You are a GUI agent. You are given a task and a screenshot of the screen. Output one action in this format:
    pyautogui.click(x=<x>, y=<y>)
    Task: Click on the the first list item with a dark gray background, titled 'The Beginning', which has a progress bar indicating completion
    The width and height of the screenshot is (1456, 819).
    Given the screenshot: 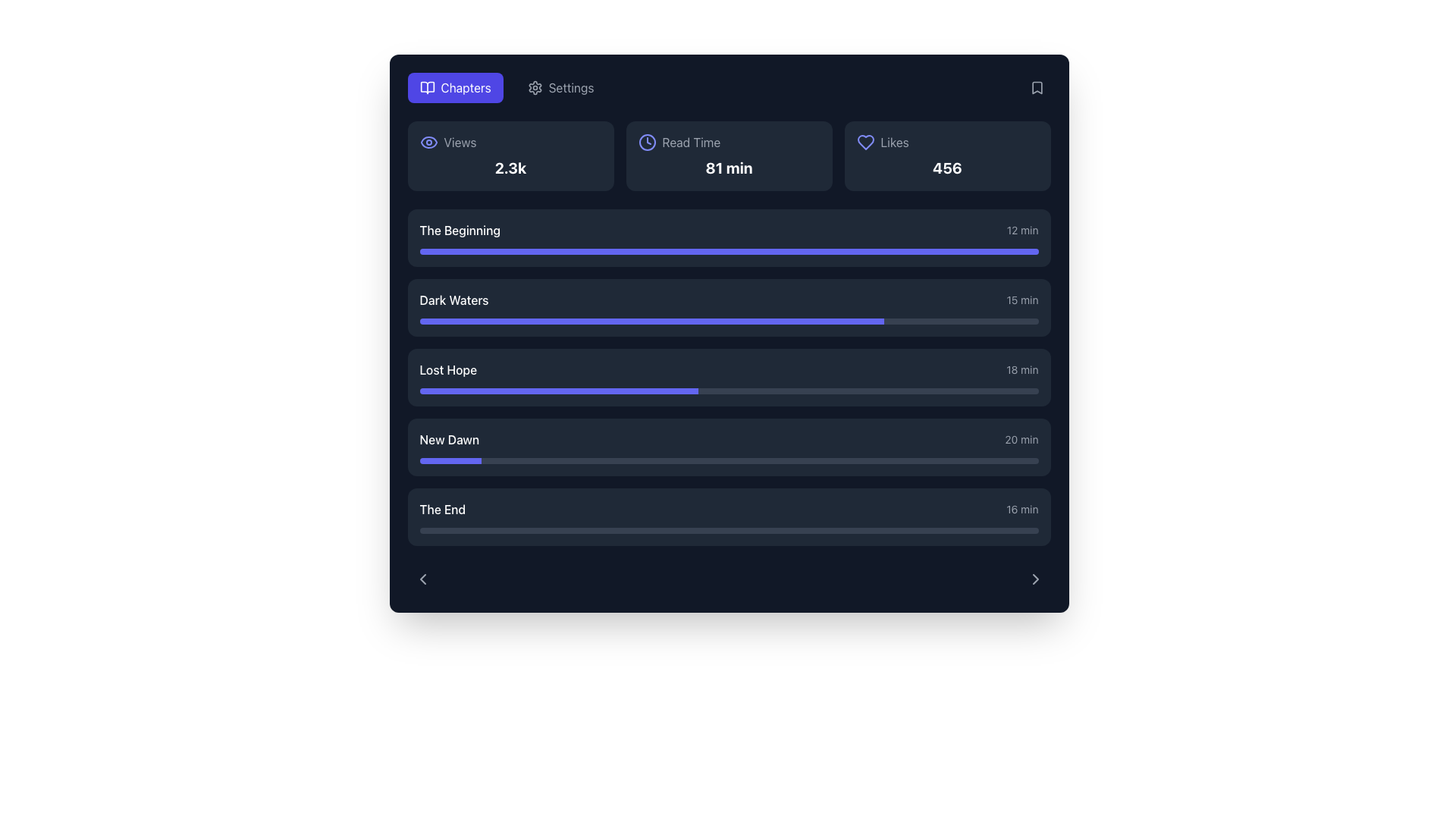 What is the action you would take?
    pyautogui.click(x=729, y=237)
    